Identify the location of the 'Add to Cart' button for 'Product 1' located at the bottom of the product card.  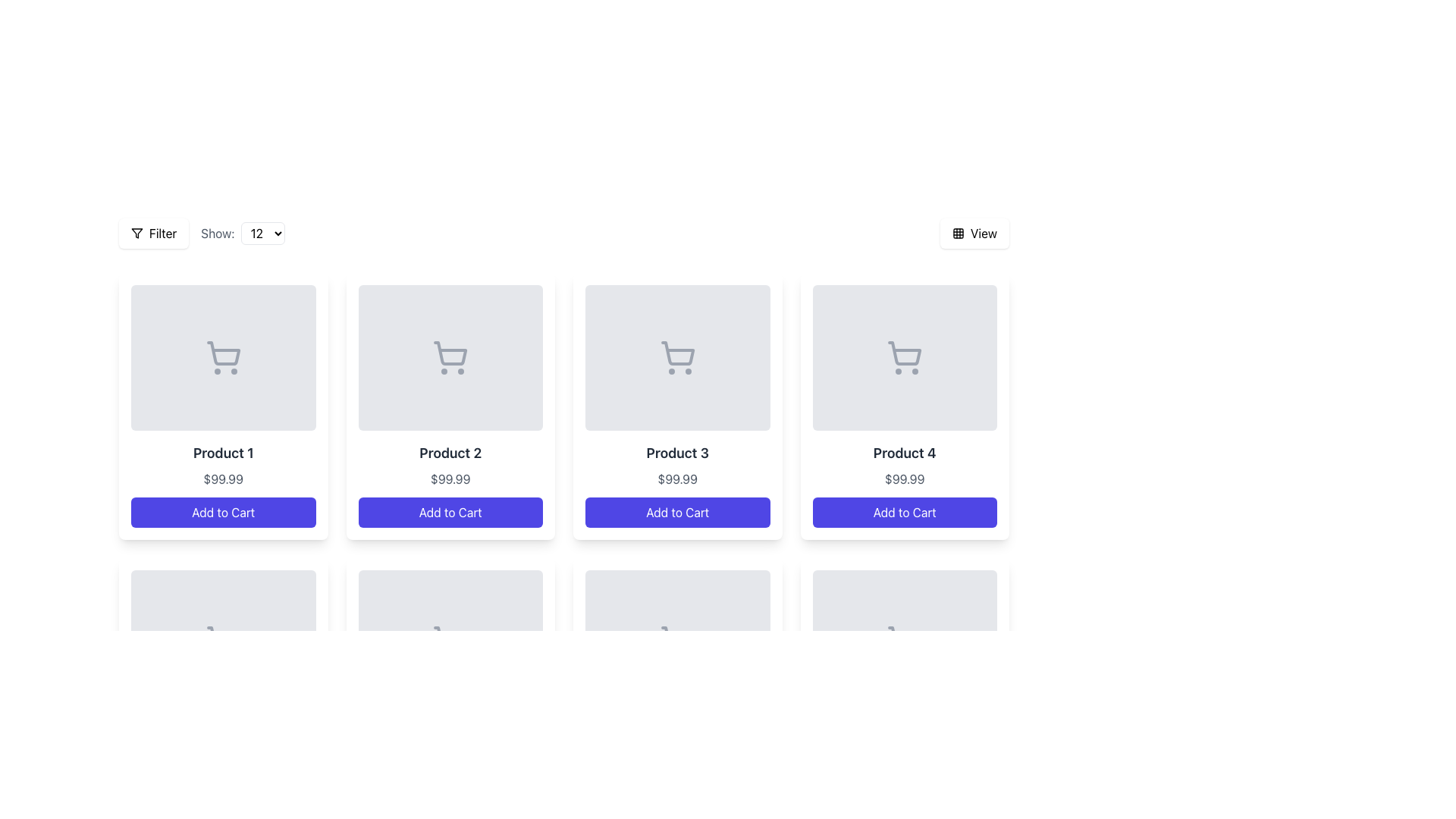
(222, 512).